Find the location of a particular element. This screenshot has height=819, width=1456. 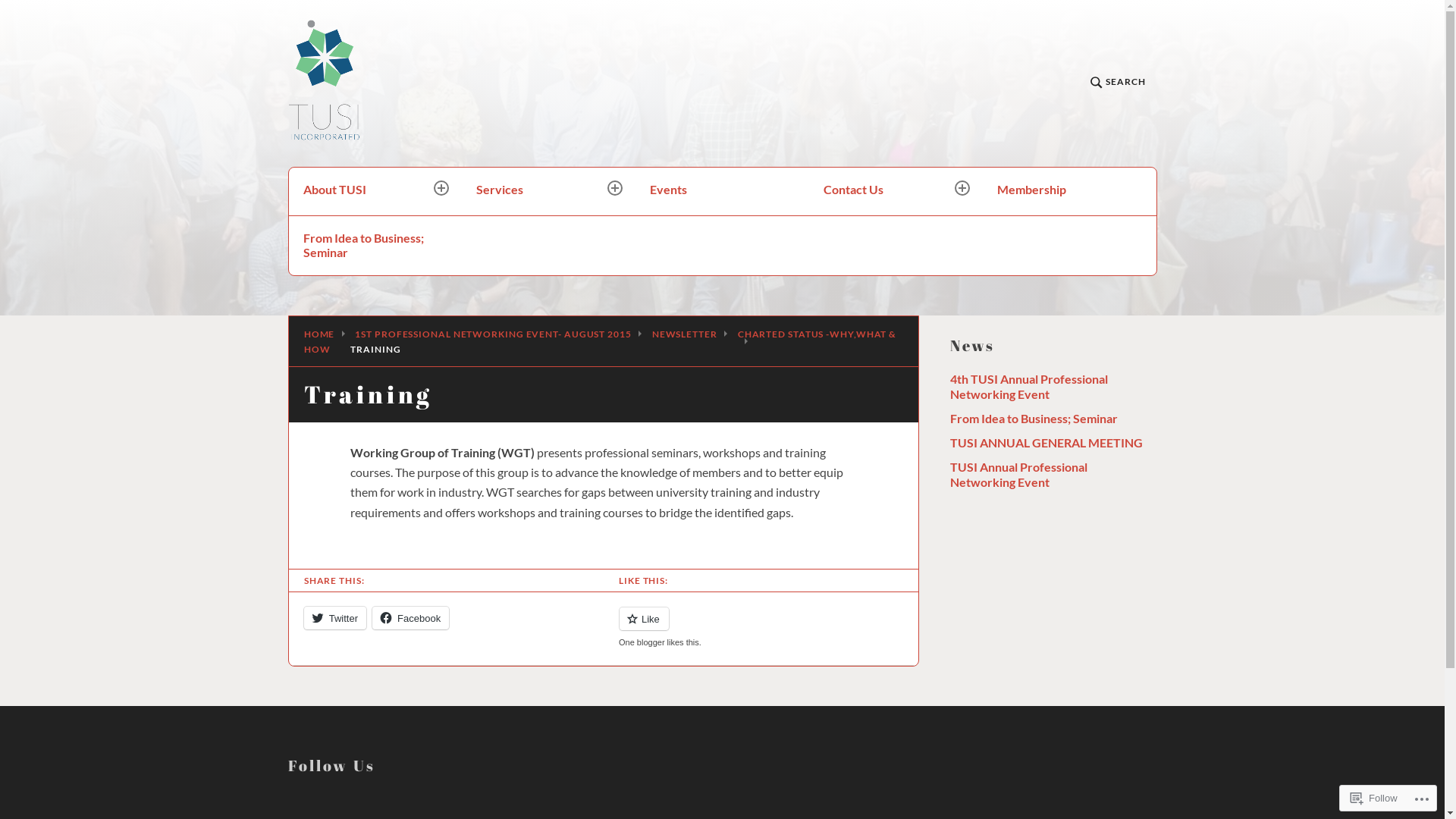

'Search' is located at coordinates (340, 186).